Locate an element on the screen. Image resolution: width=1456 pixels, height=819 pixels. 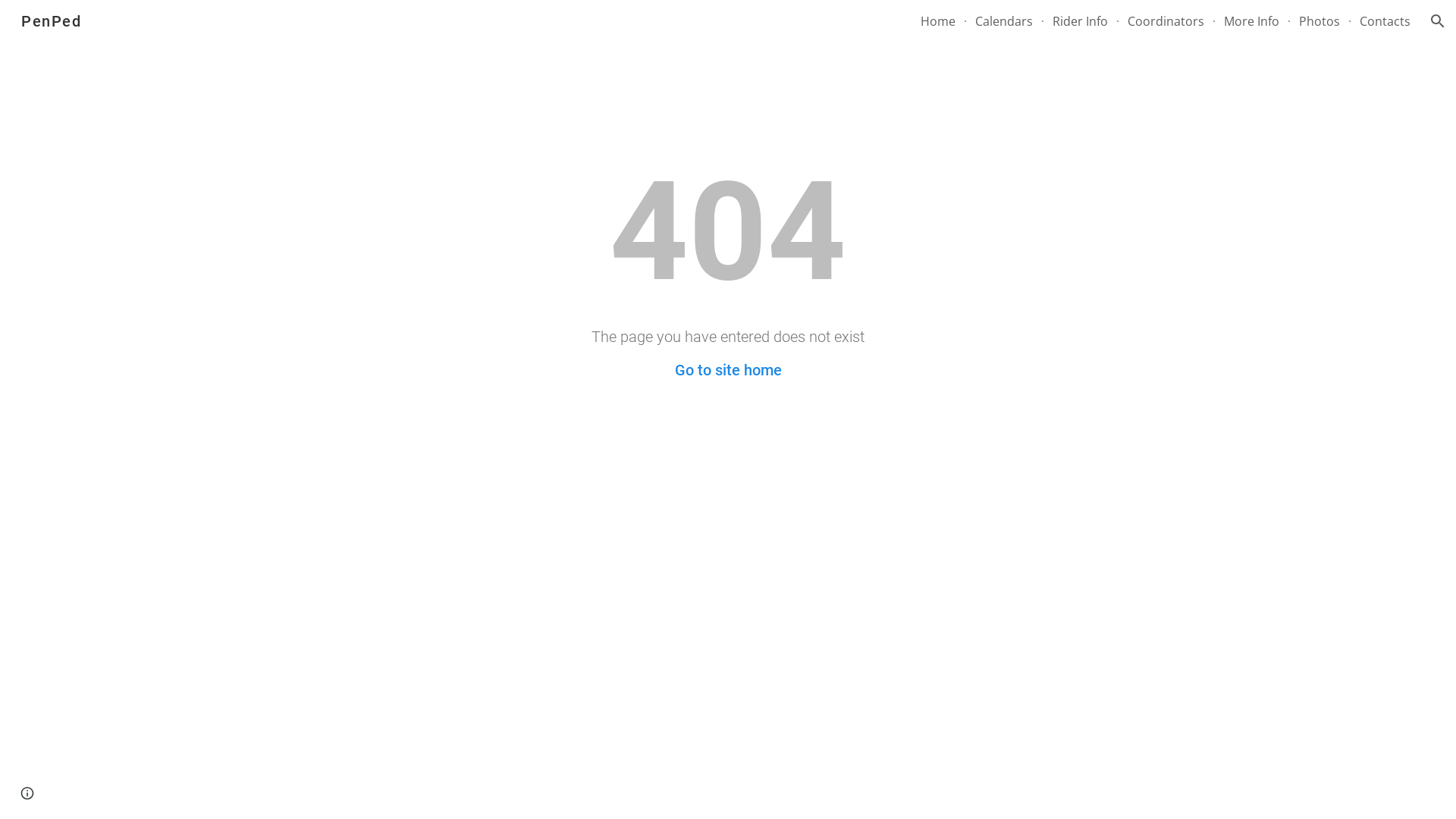
'Rider Info' is located at coordinates (1079, 20).